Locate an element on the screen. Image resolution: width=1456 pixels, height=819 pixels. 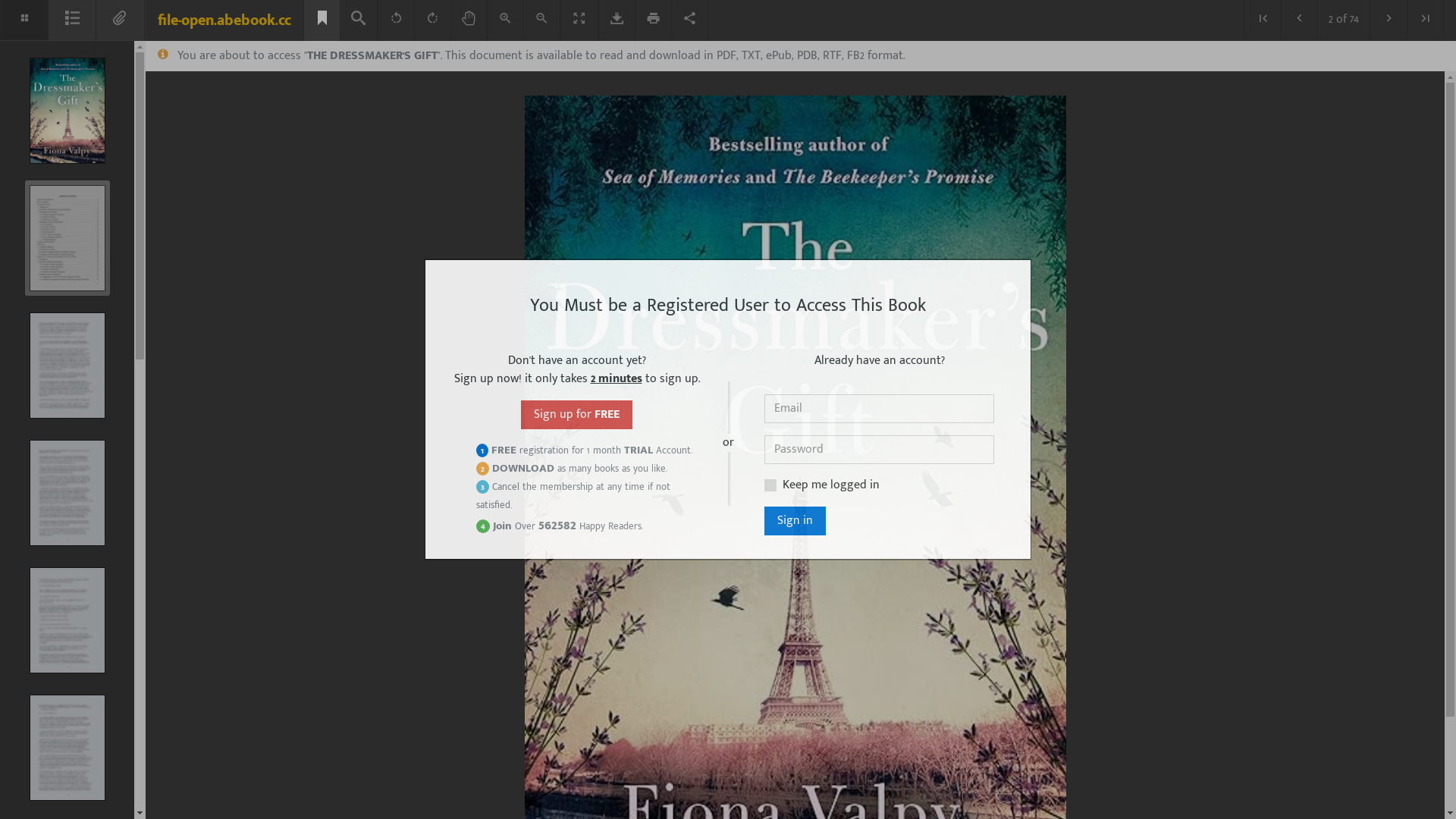
'2 of 74' is located at coordinates (1343, 20).